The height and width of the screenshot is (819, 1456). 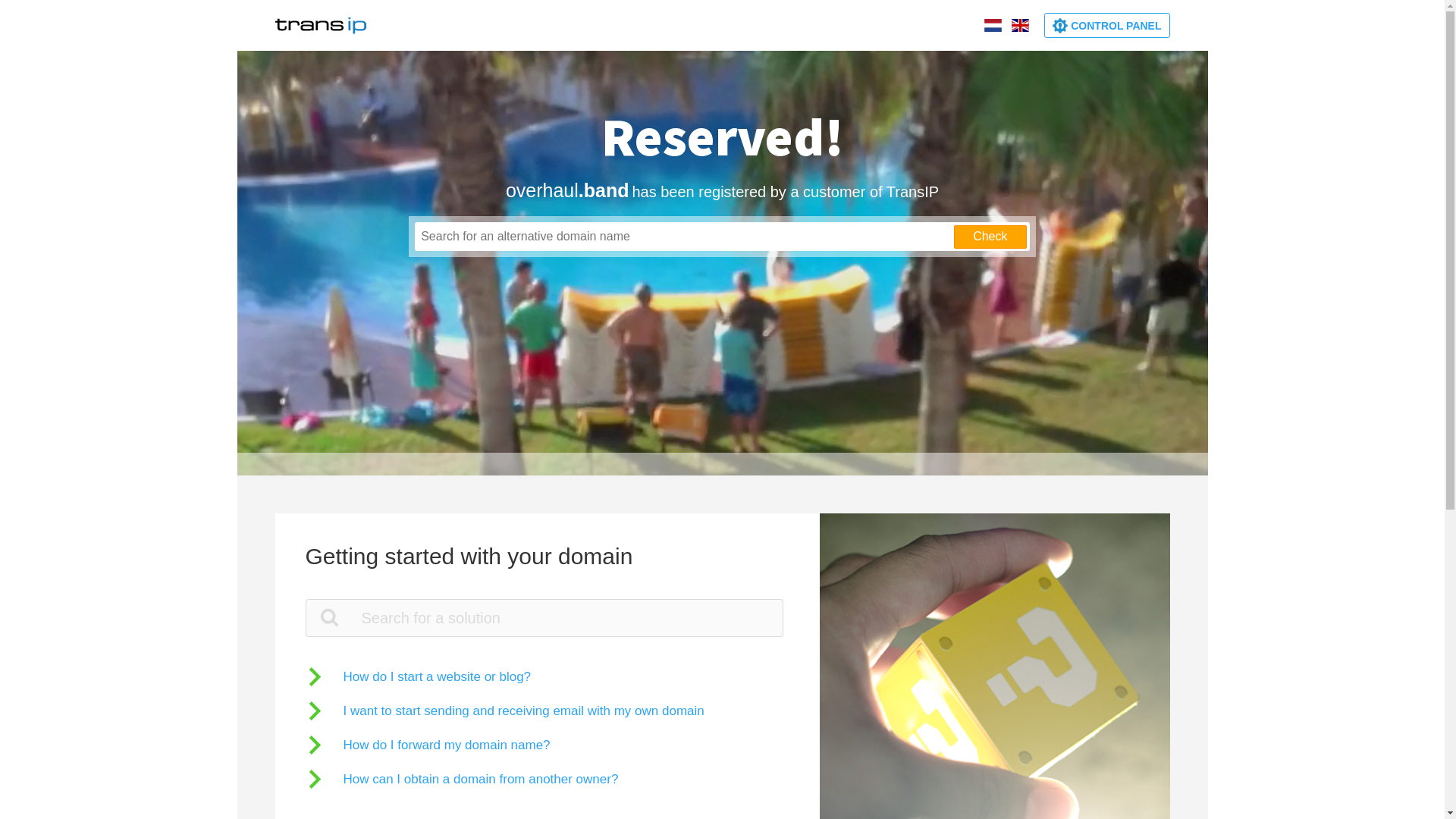 I want to click on 'How do I start a website or blog?', so click(x=418, y=676).